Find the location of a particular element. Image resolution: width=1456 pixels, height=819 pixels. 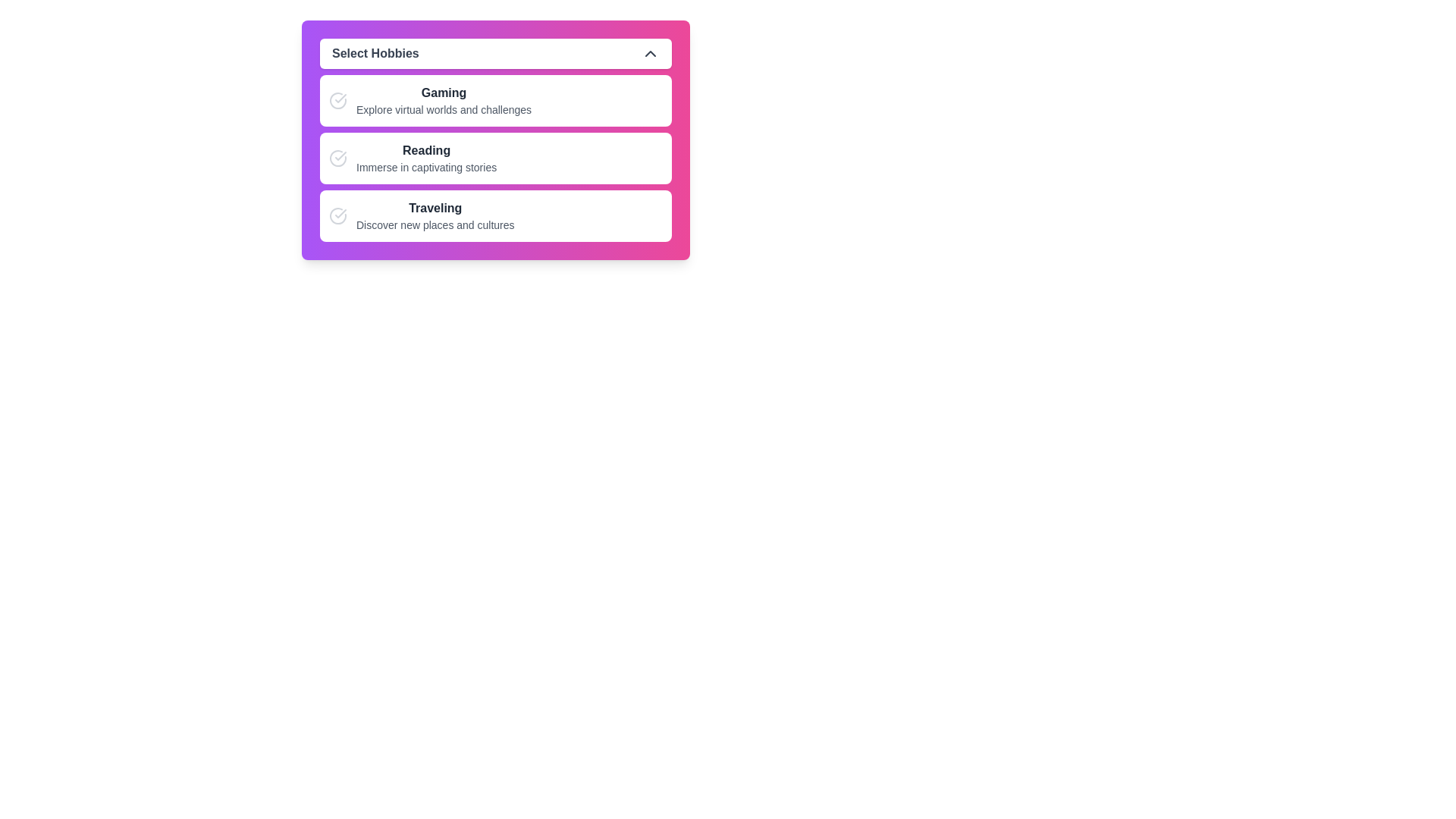

the 'Reading' selectable card, which is the second card in a group of three cards within the 'Select Hobbies' section, to choose it is located at coordinates (495, 158).